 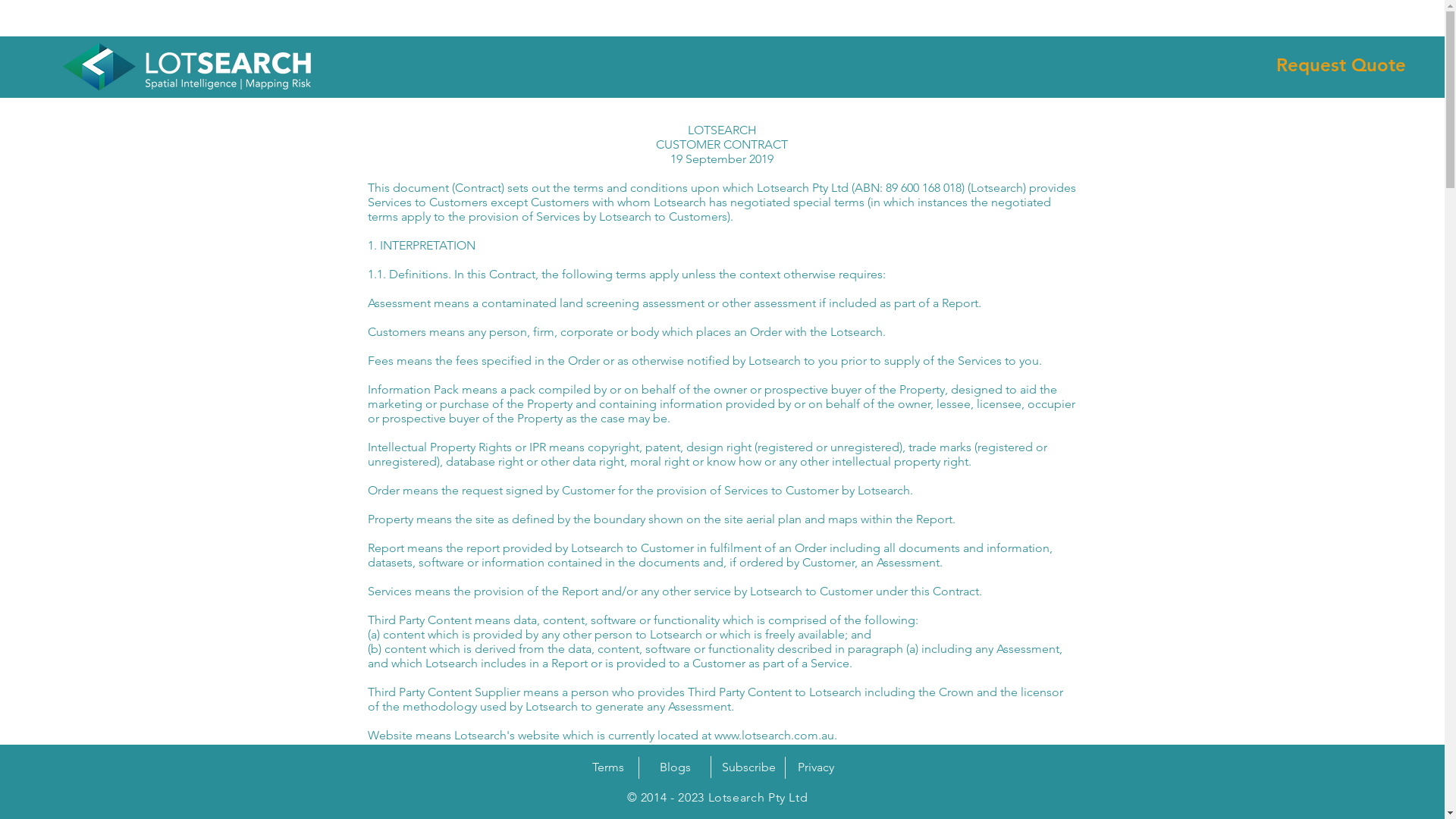 What do you see at coordinates (1341, 64) in the screenshot?
I see `'Request Quote'` at bounding box center [1341, 64].